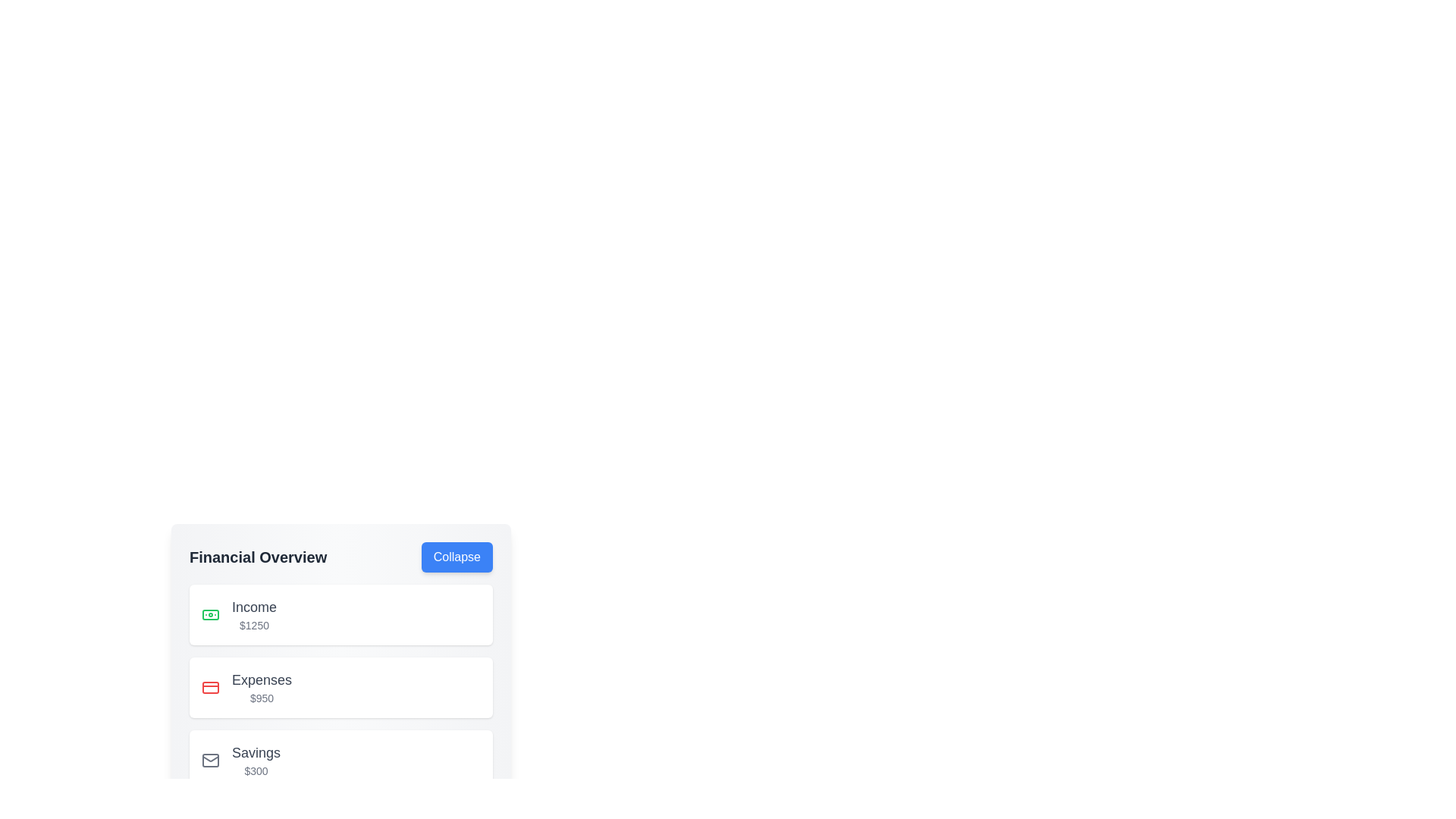 The width and height of the screenshot is (1456, 819). What do you see at coordinates (340, 687) in the screenshot?
I see `the 'Expenses' content card, which is the second card in the vertical list of three cards in the 'Financial Overview' section, featuring a red credit card icon and a white background` at bounding box center [340, 687].